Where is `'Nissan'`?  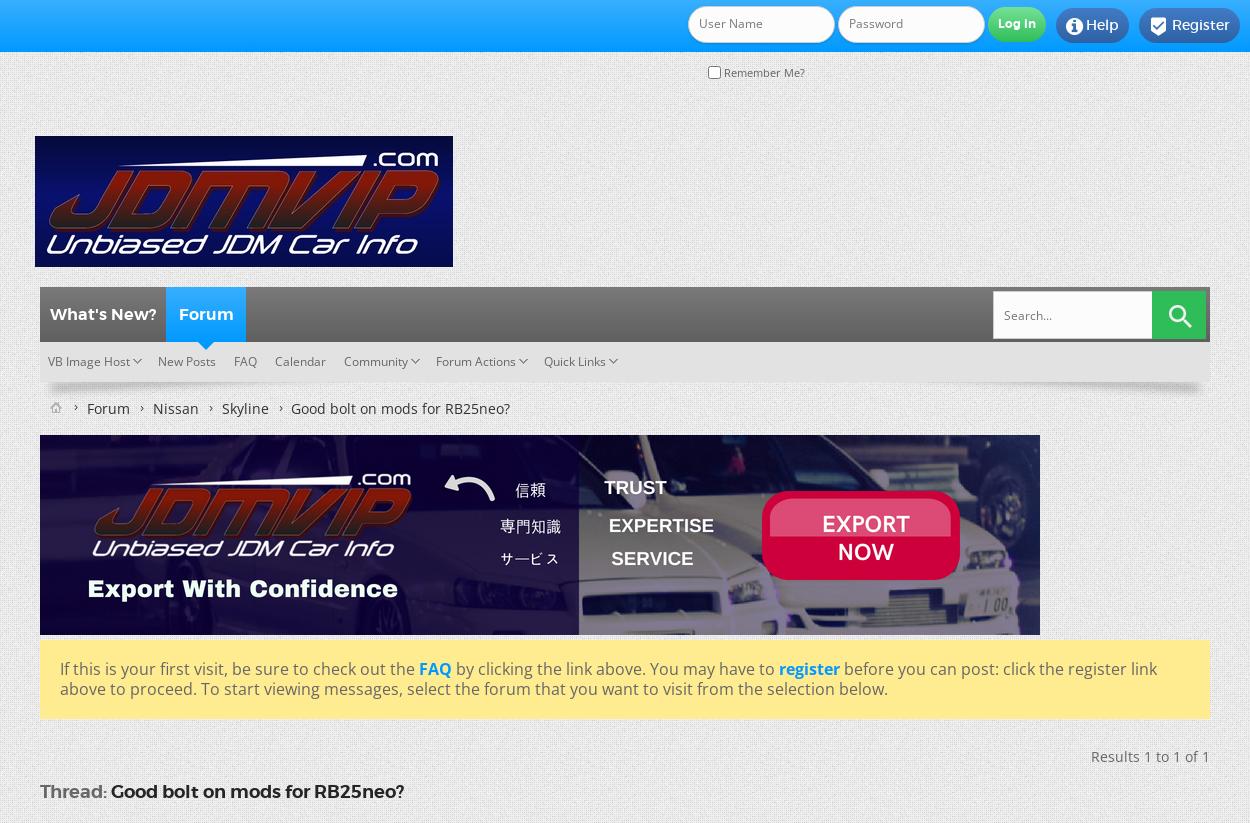
'Nissan' is located at coordinates (176, 406).